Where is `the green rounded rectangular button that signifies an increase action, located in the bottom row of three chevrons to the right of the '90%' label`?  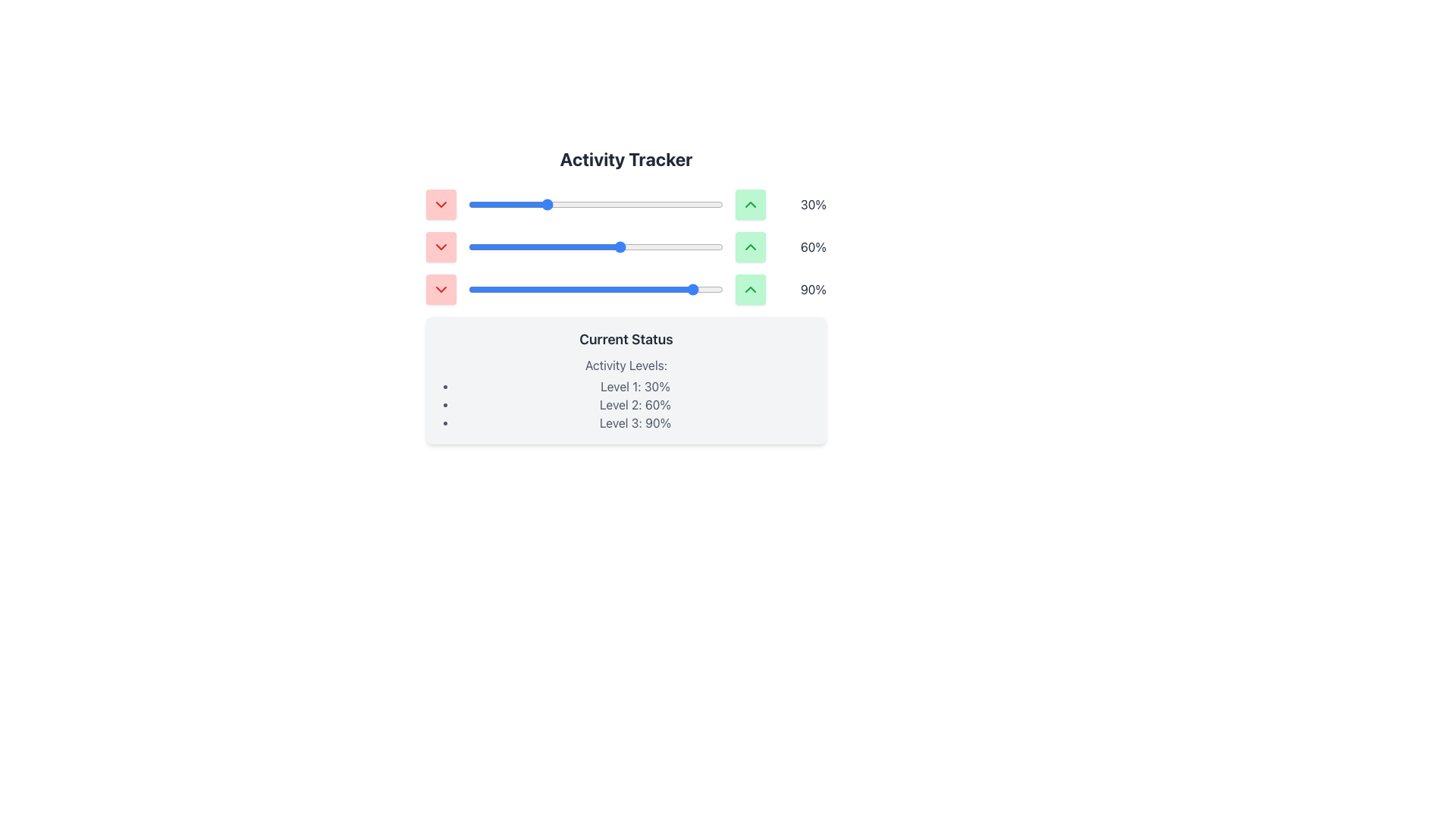
the green rounded rectangular button that signifies an increase action, located in the bottom row of three chevrons to the right of the '90%' label is located at coordinates (750, 289).